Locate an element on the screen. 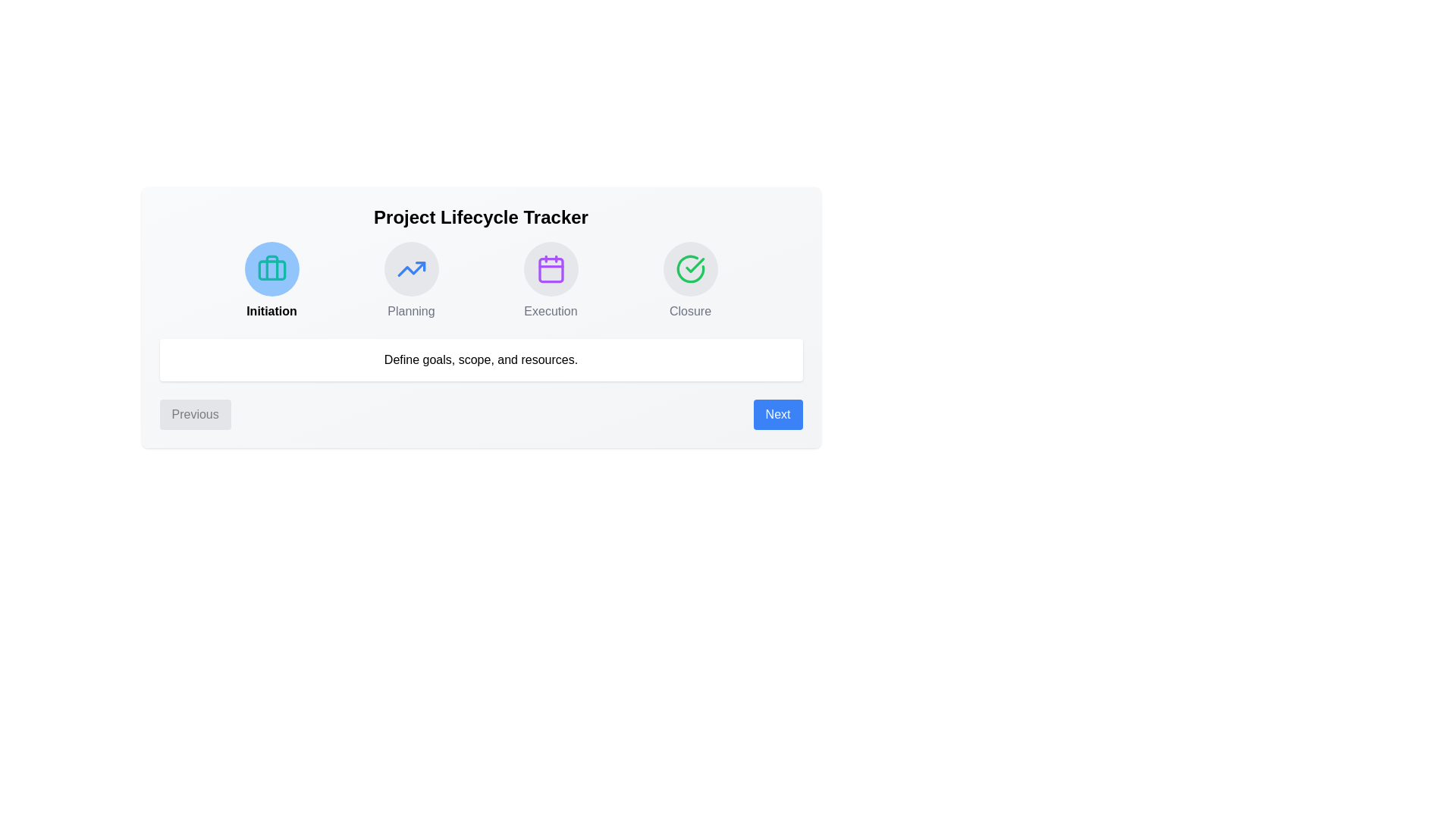 This screenshot has width=1456, height=819. the Next button to navigate between steps is located at coordinates (778, 415).